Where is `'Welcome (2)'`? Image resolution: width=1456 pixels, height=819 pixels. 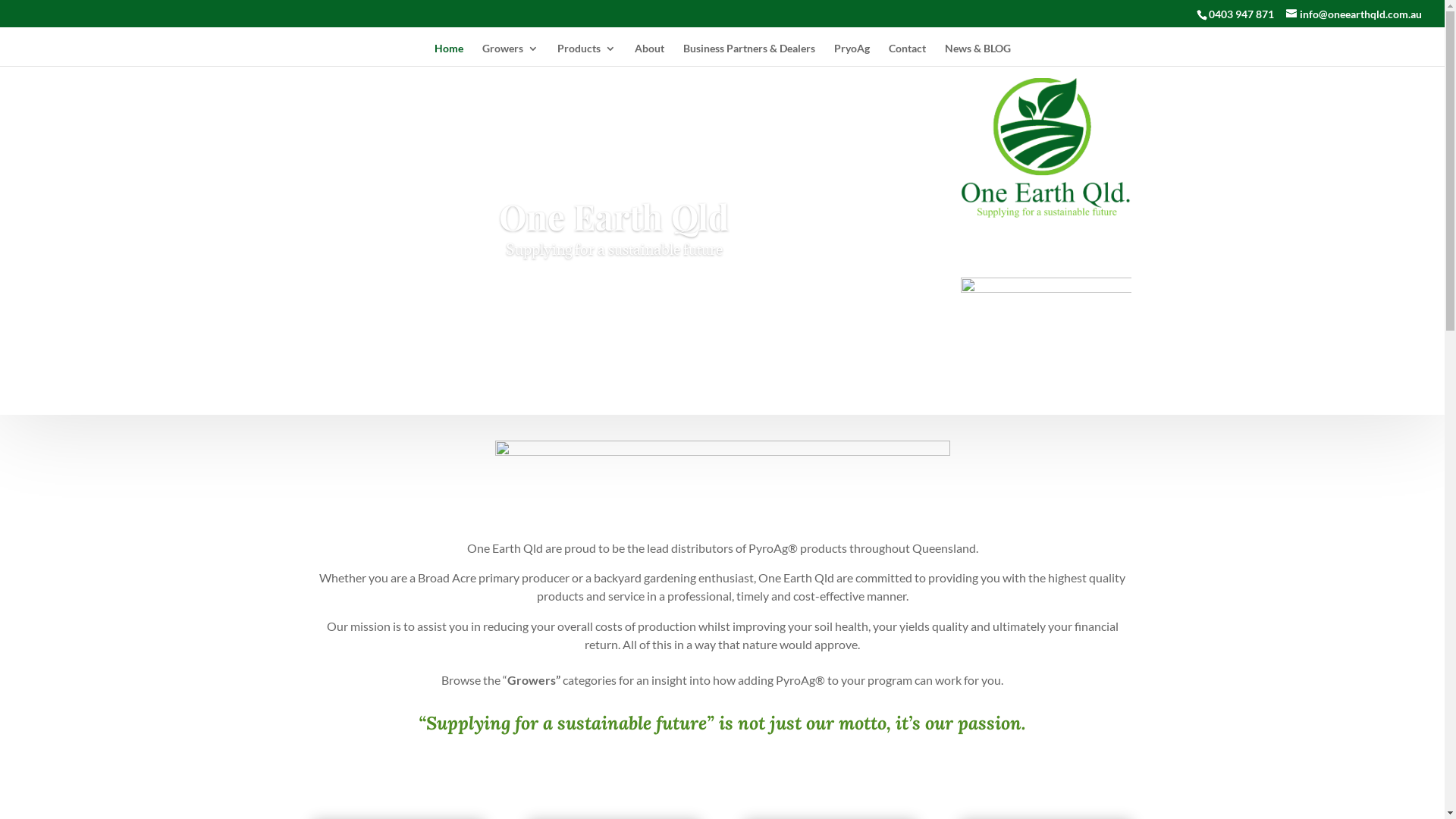 'Welcome (2)' is located at coordinates (720, 479).